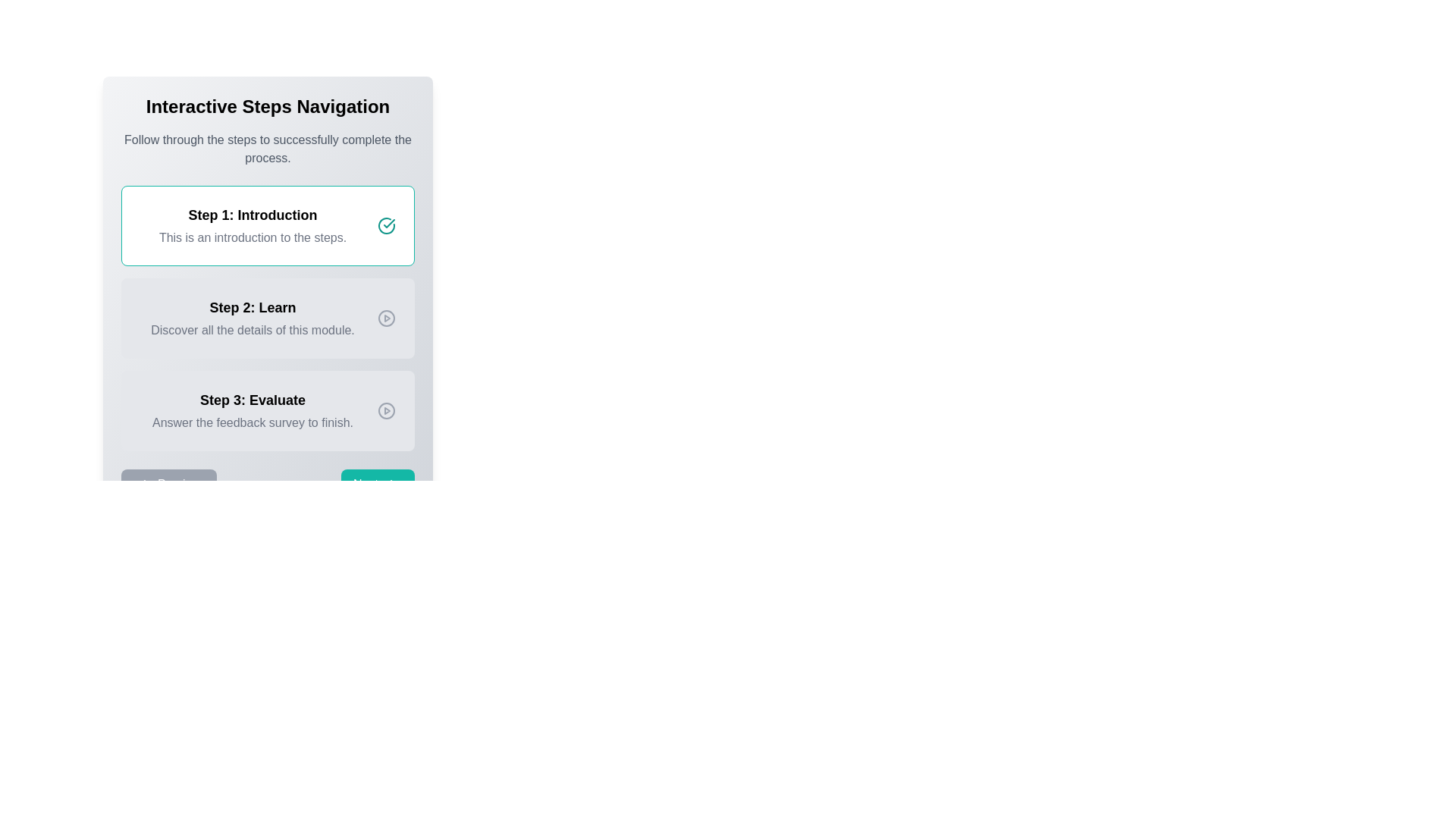 The width and height of the screenshot is (1456, 819). Describe the element at coordinates (386, 225) in the screenshot. I see `the circular checkmark icon with a teal-green stroke located at the top-right corner of the 'Step 1: Introduction' card` at that location.